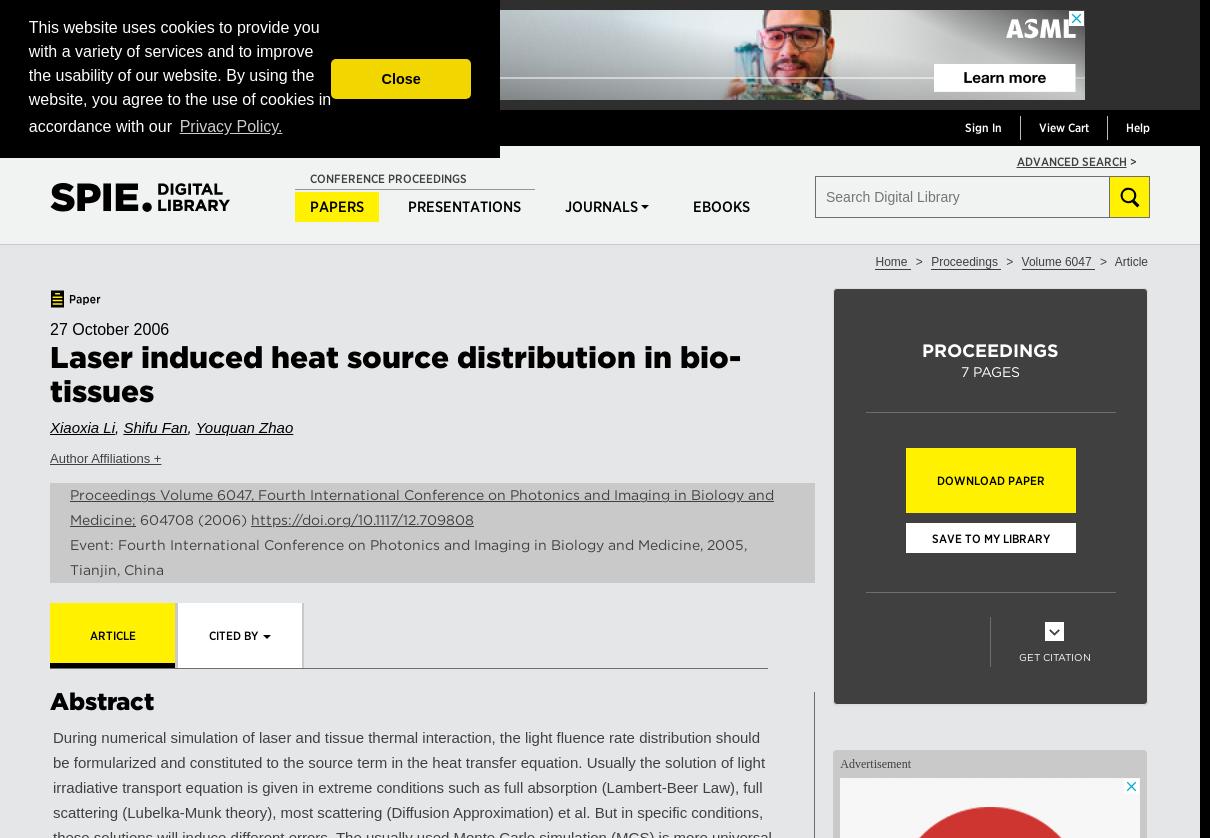 This screenshot has height=838, width=1210. I want to click on 'Proceedings Volume 6047, Fourth International Conference on Photonics and Imaging in Biology and Medicine;', so click(421, 507).